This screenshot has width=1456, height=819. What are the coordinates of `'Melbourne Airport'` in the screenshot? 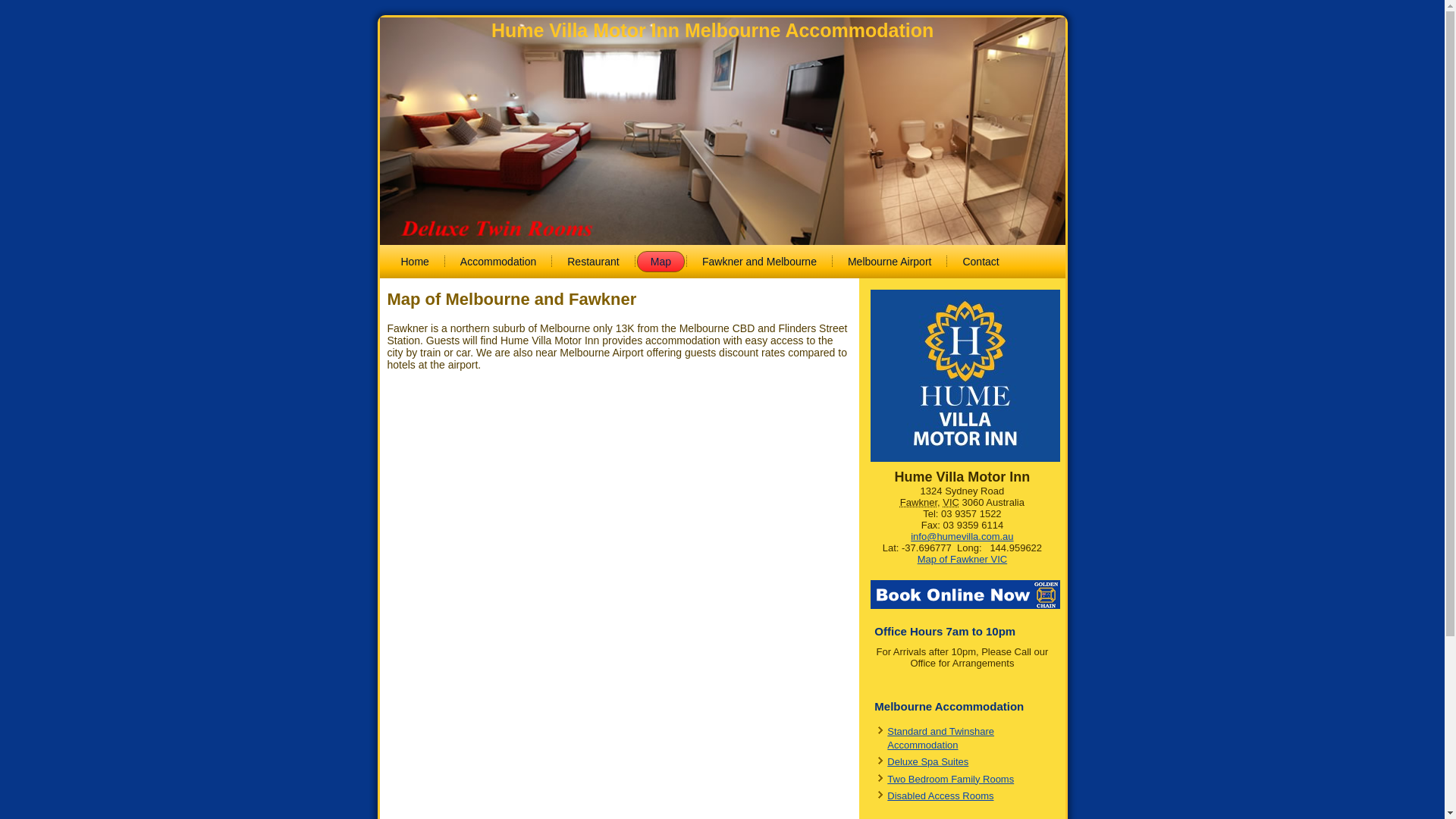 It's located at (833, 260).